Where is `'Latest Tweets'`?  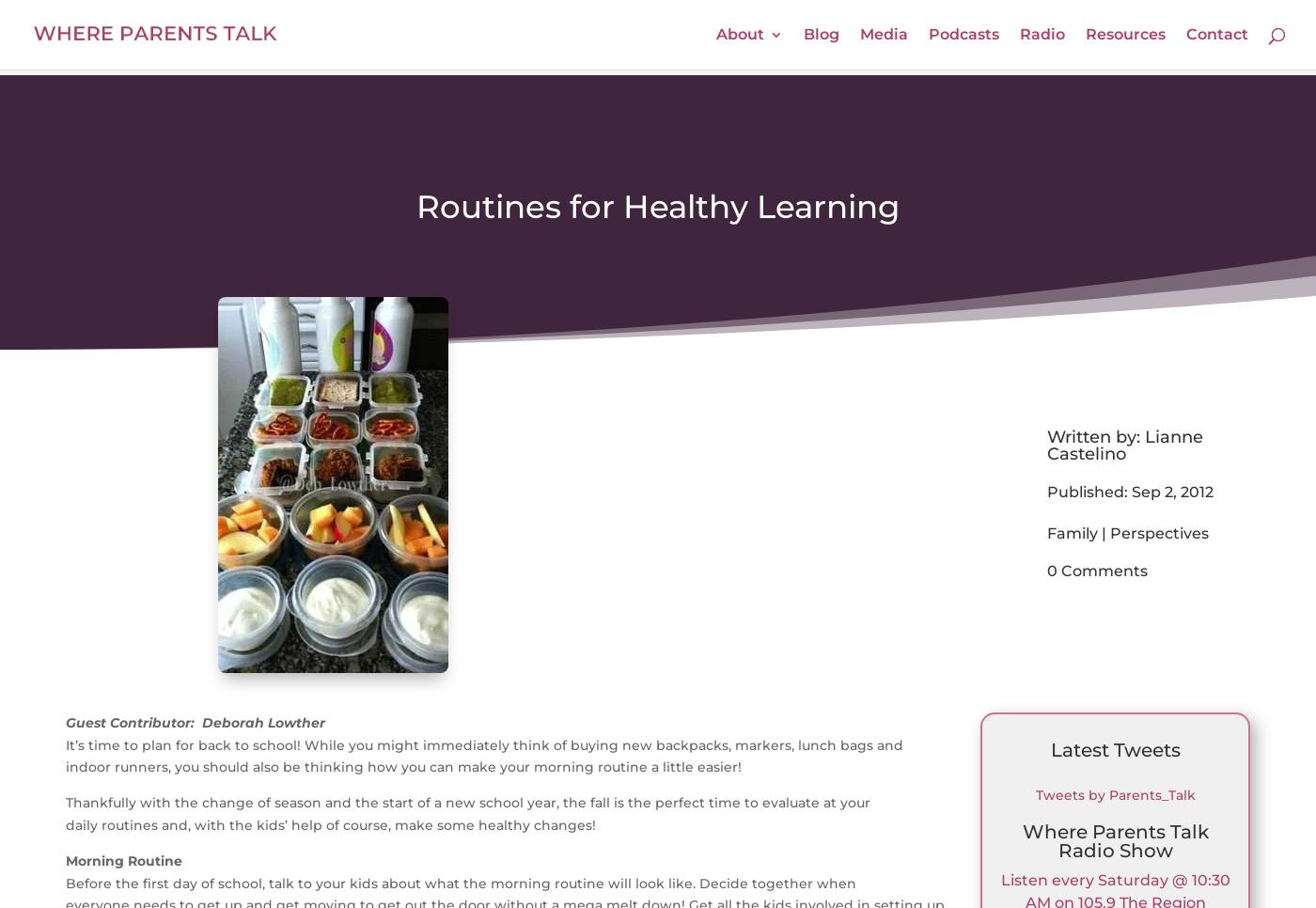 'Latest Tweets' is located at coordinates (1114, 749).